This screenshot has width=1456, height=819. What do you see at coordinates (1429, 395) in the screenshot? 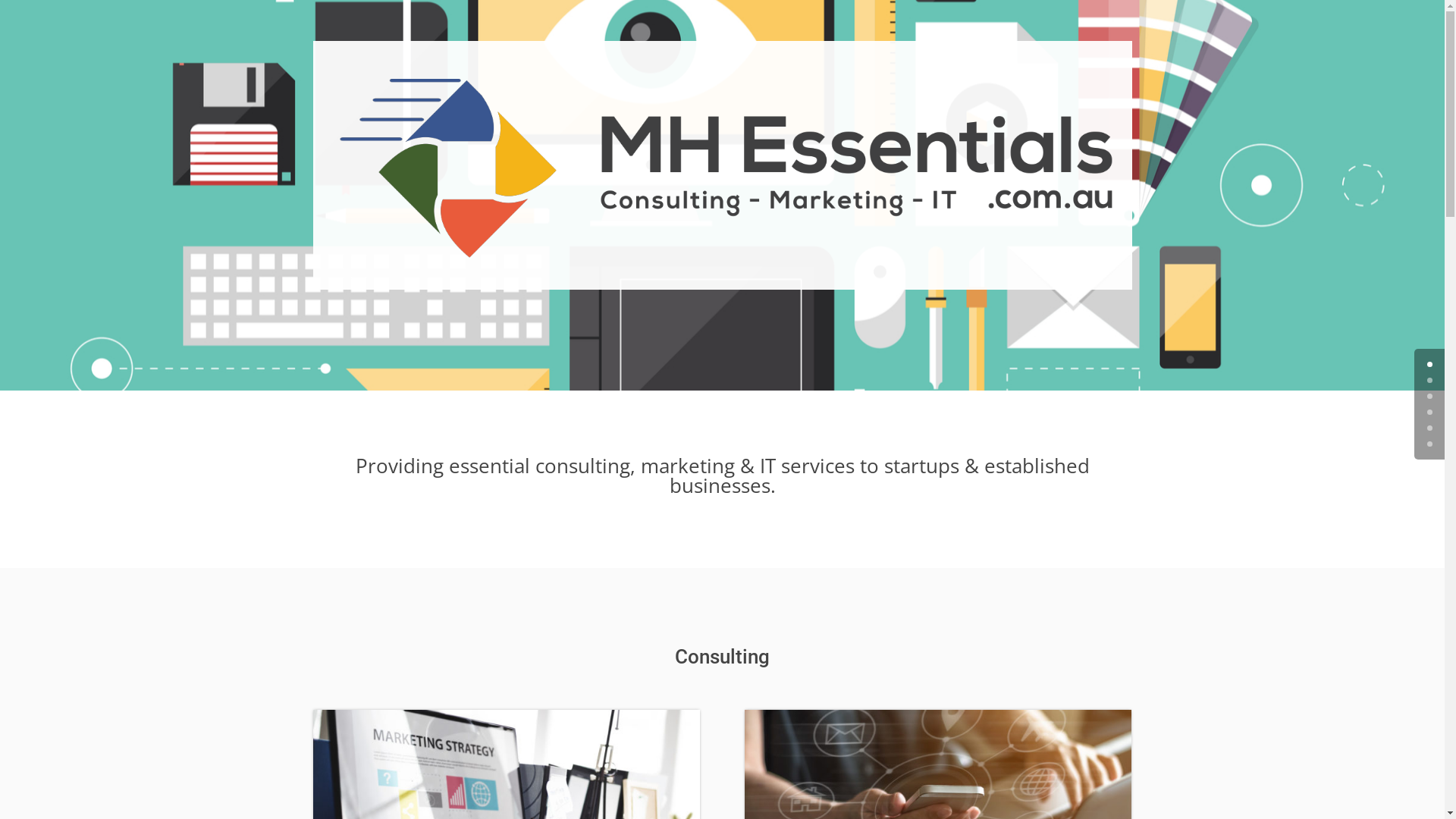
I see `'2'` at bounding box center [1429, 395].